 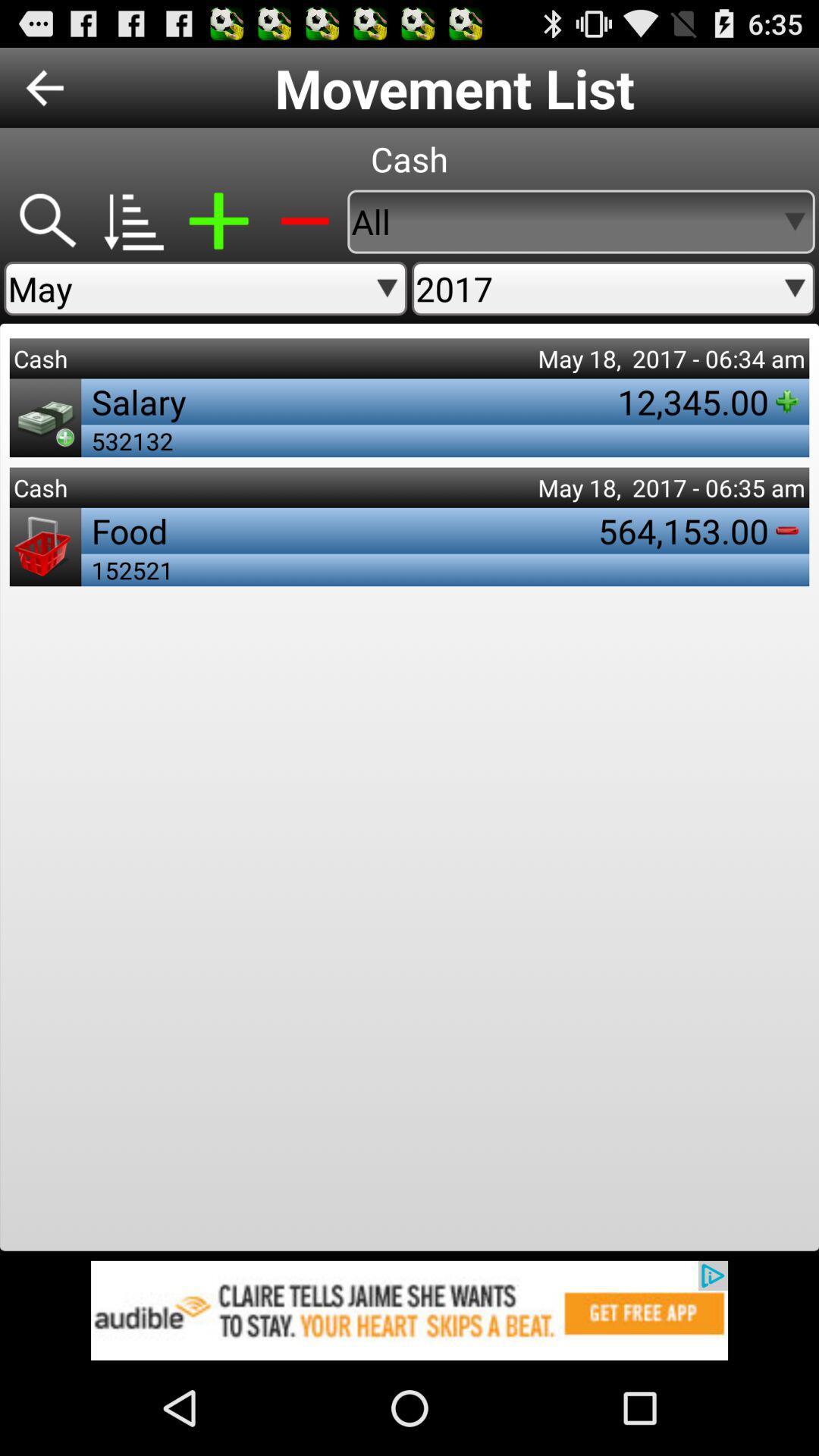 I want to click on an green plus icon that pulls another menu, so click(x=218, y=221).